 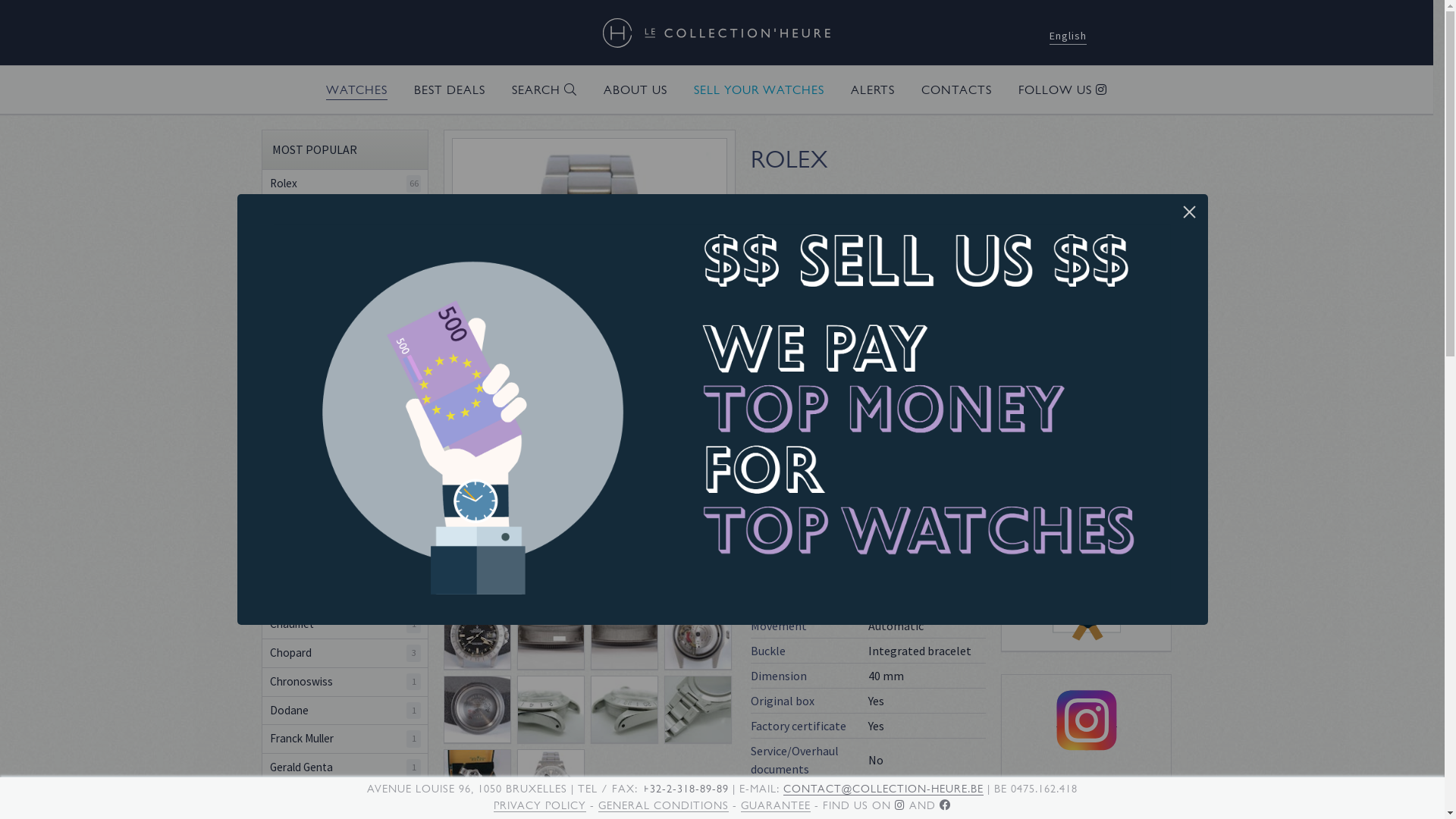 What do you see at coordinates (1062, 90) in the screenshot?
I see `'FOLLOW US'` at bounding box center [1062, 90].